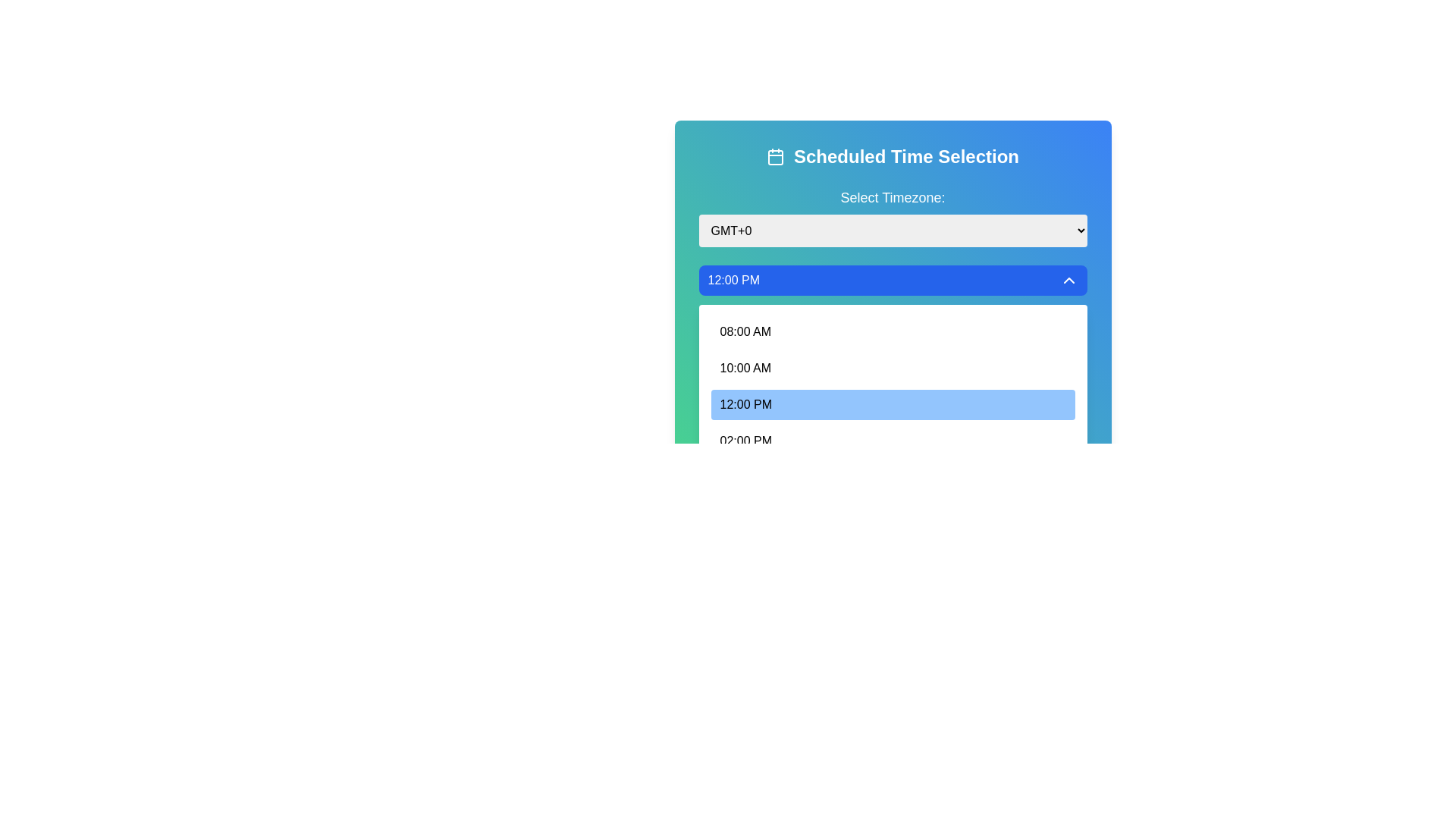 Image resolution: width=1456 pixels, height=819 pixels. What do you see at coordinates (1068, 281) in the screenshot?
I see `the upward-pointing chevron icon, which is styled minimally and positioned next to the text '12:00 PM' within a blue gradient background` at bounding box center [1068, 281].